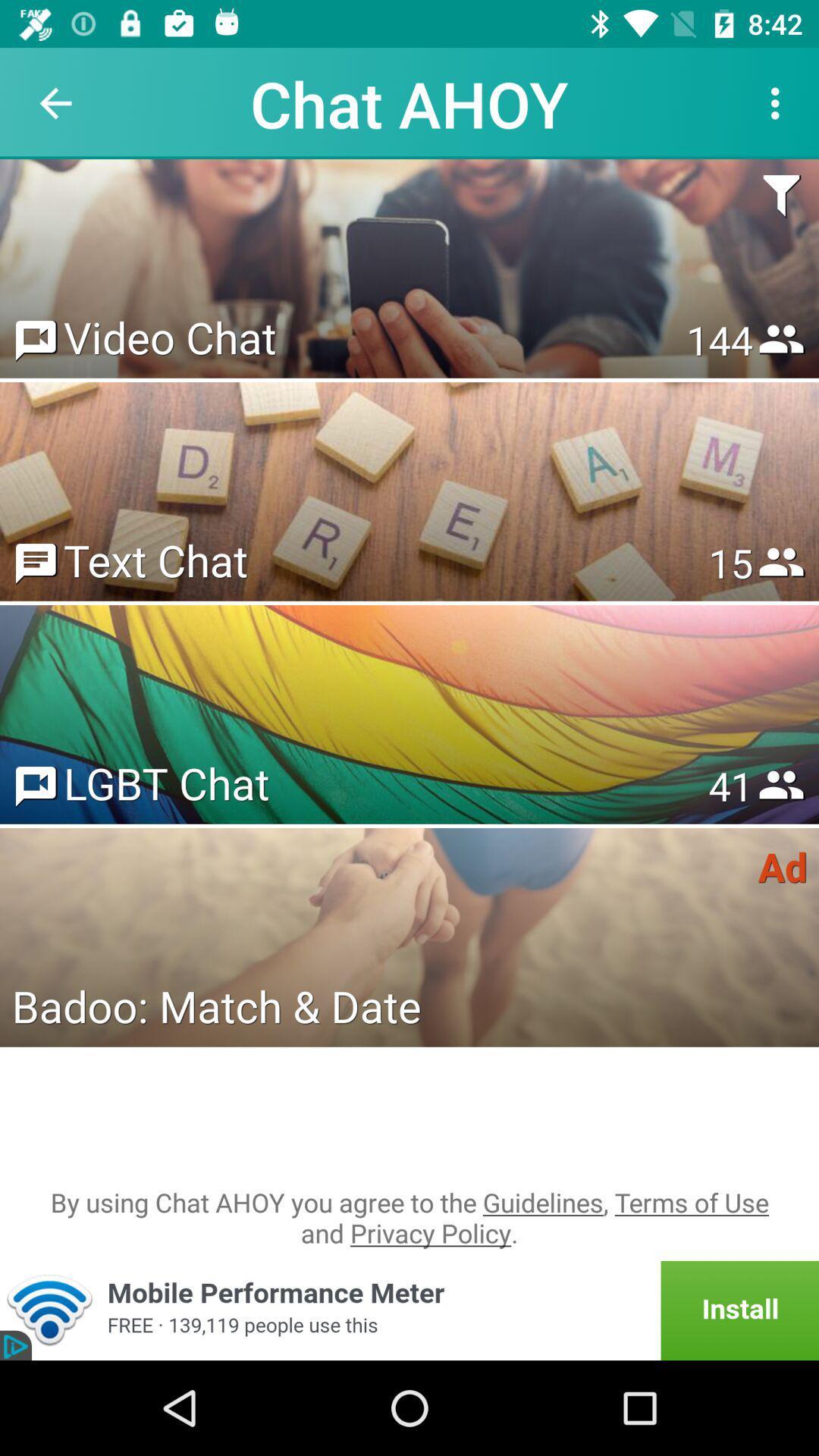 Image resolution: width=819 pixels, height=1456 pixels. Describe the element at coordinates (730, 562) in the screenshot. I see `item to the right of text chat icon` at that location.